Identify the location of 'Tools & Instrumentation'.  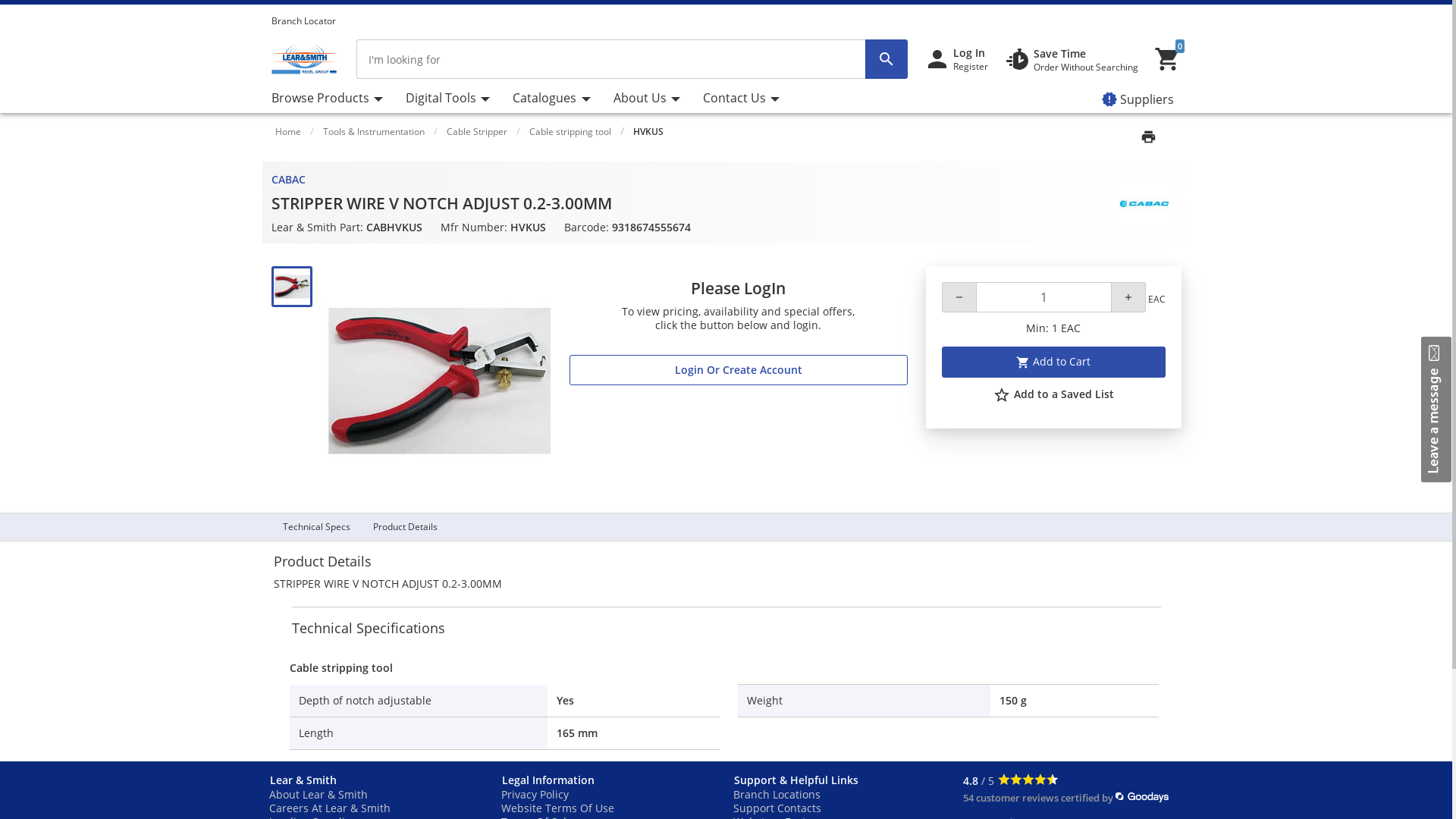
(374, 130).